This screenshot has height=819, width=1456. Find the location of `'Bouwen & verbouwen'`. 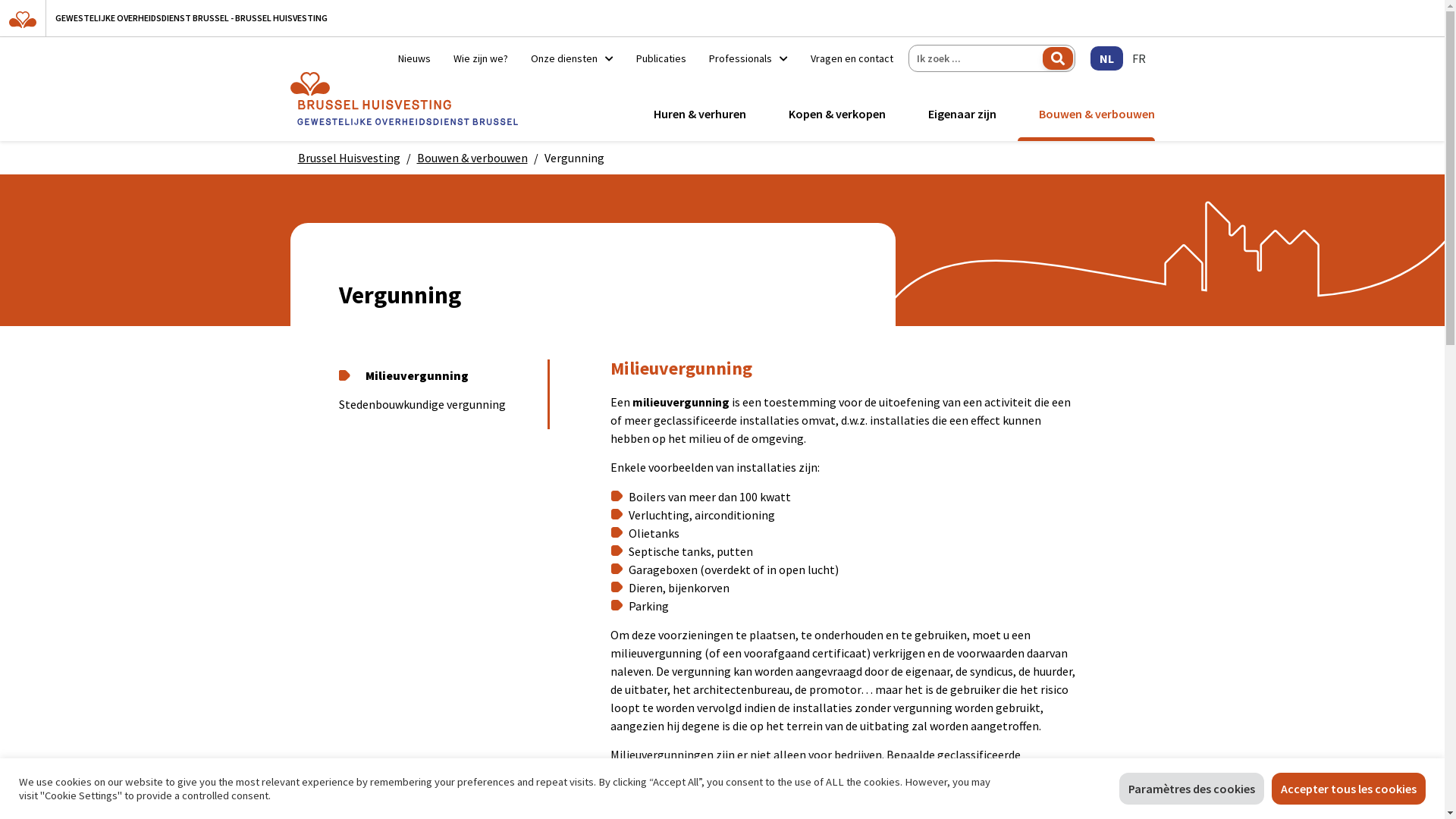

'Bouwen & verbouwen' is located at coordinates (472, 158).